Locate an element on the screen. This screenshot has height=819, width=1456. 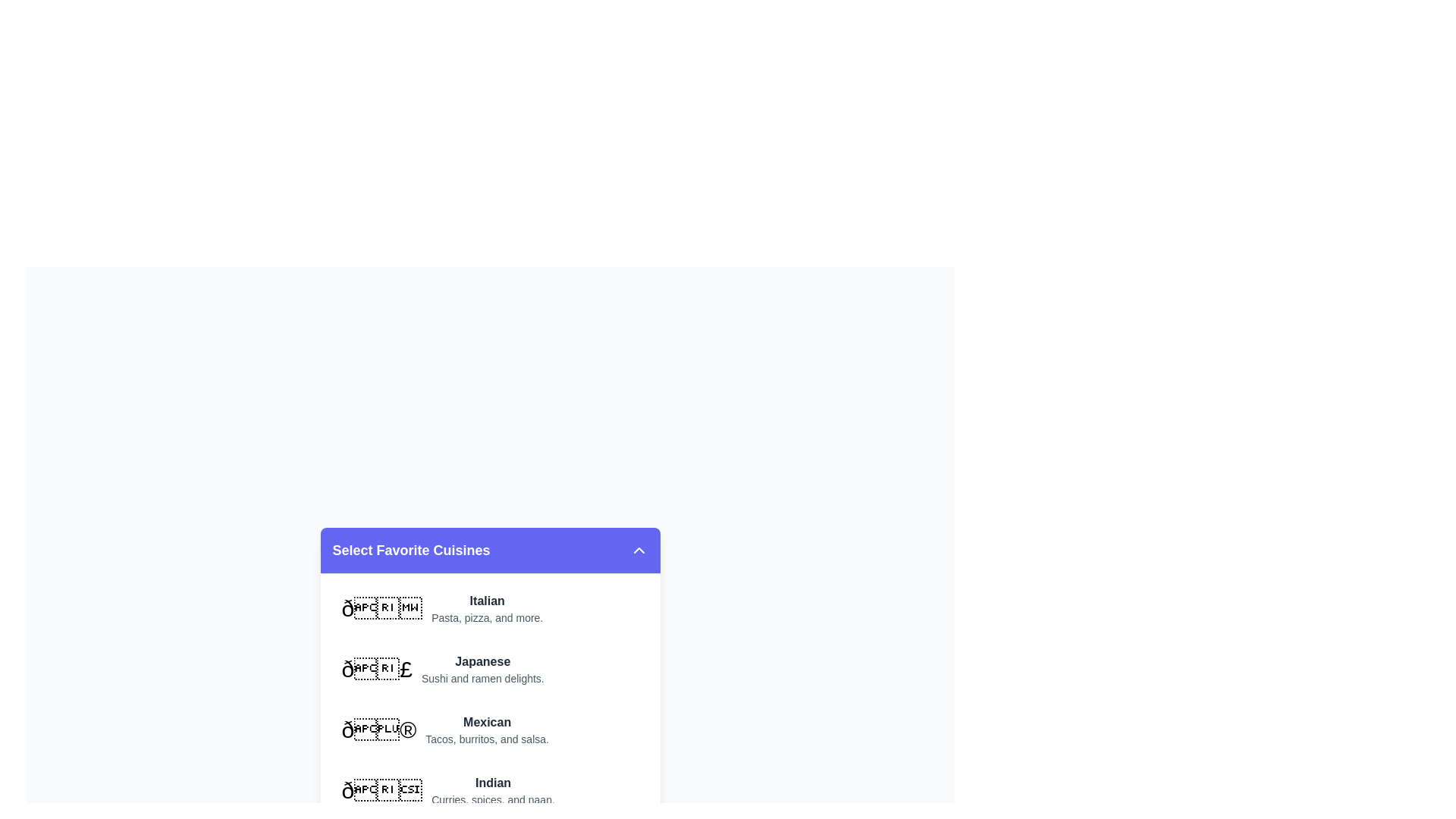
the text label displaying 'Select Favorite Cuisines' which is styled in a large bold font on a purple background, located in the header section of a dropdown component is located at coordinates (411, 550).